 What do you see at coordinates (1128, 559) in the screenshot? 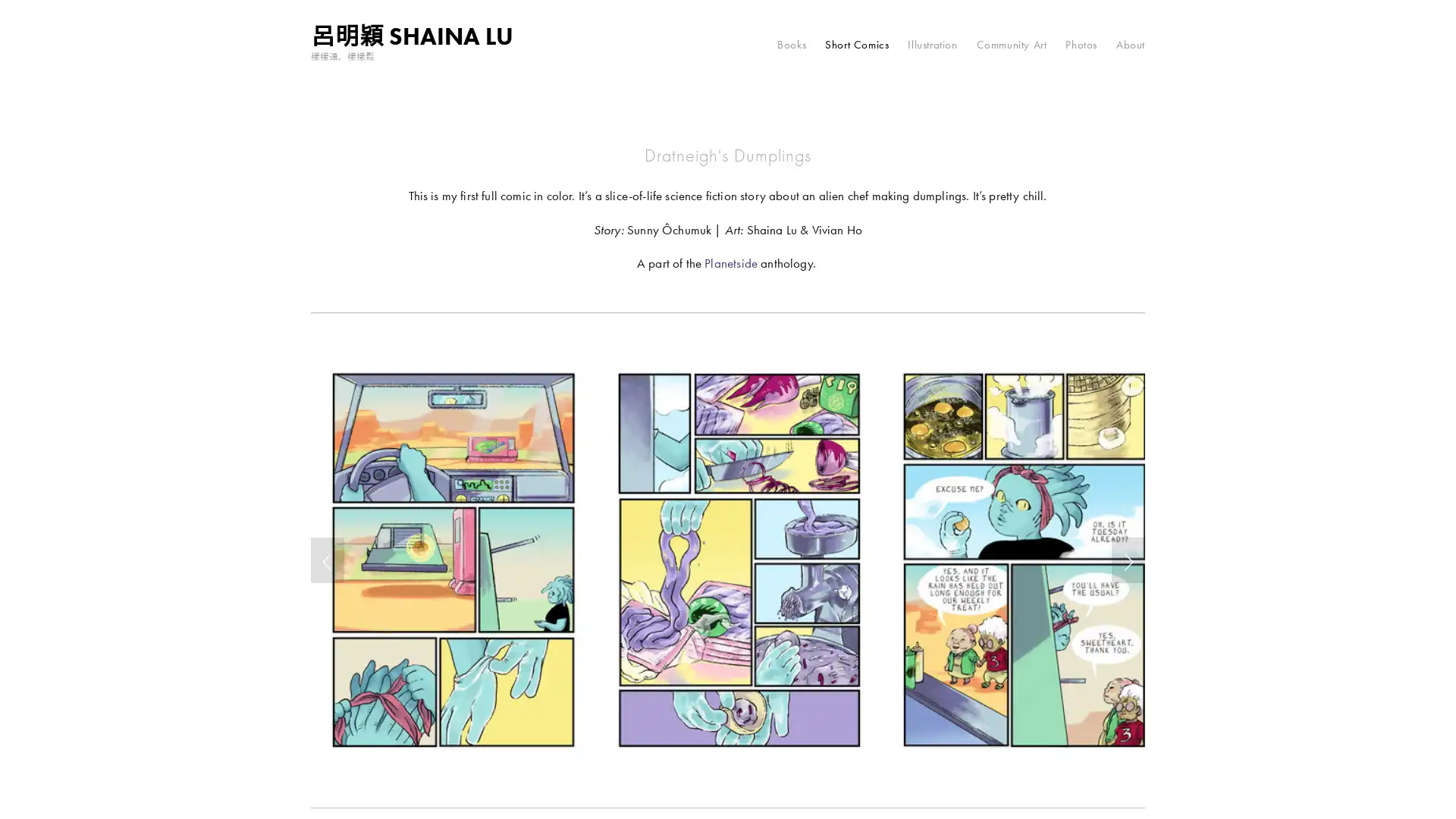
I see `Next Slide` at bounding box center [1128, 559].